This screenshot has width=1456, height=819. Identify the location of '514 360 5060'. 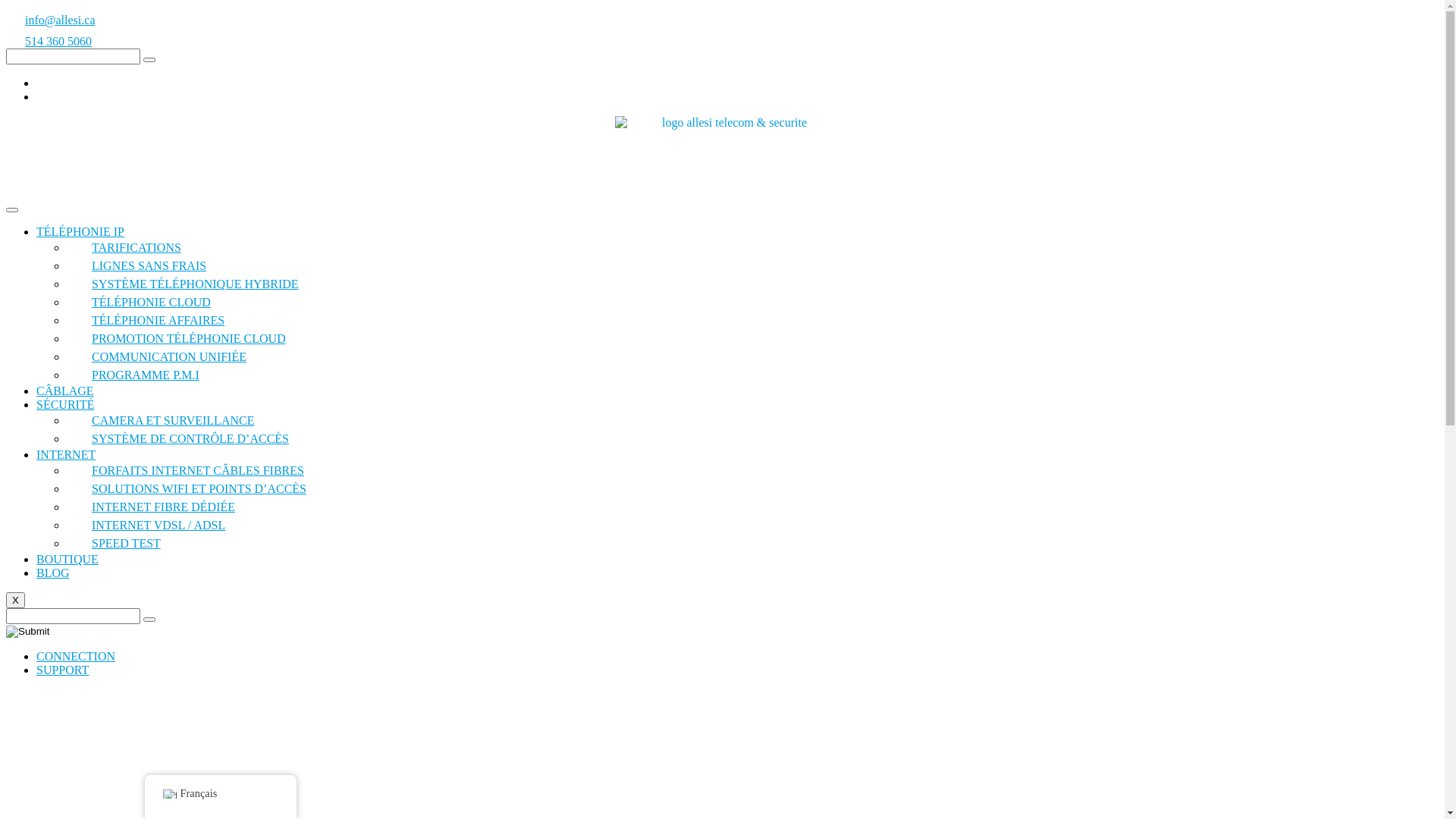
(728, 37).